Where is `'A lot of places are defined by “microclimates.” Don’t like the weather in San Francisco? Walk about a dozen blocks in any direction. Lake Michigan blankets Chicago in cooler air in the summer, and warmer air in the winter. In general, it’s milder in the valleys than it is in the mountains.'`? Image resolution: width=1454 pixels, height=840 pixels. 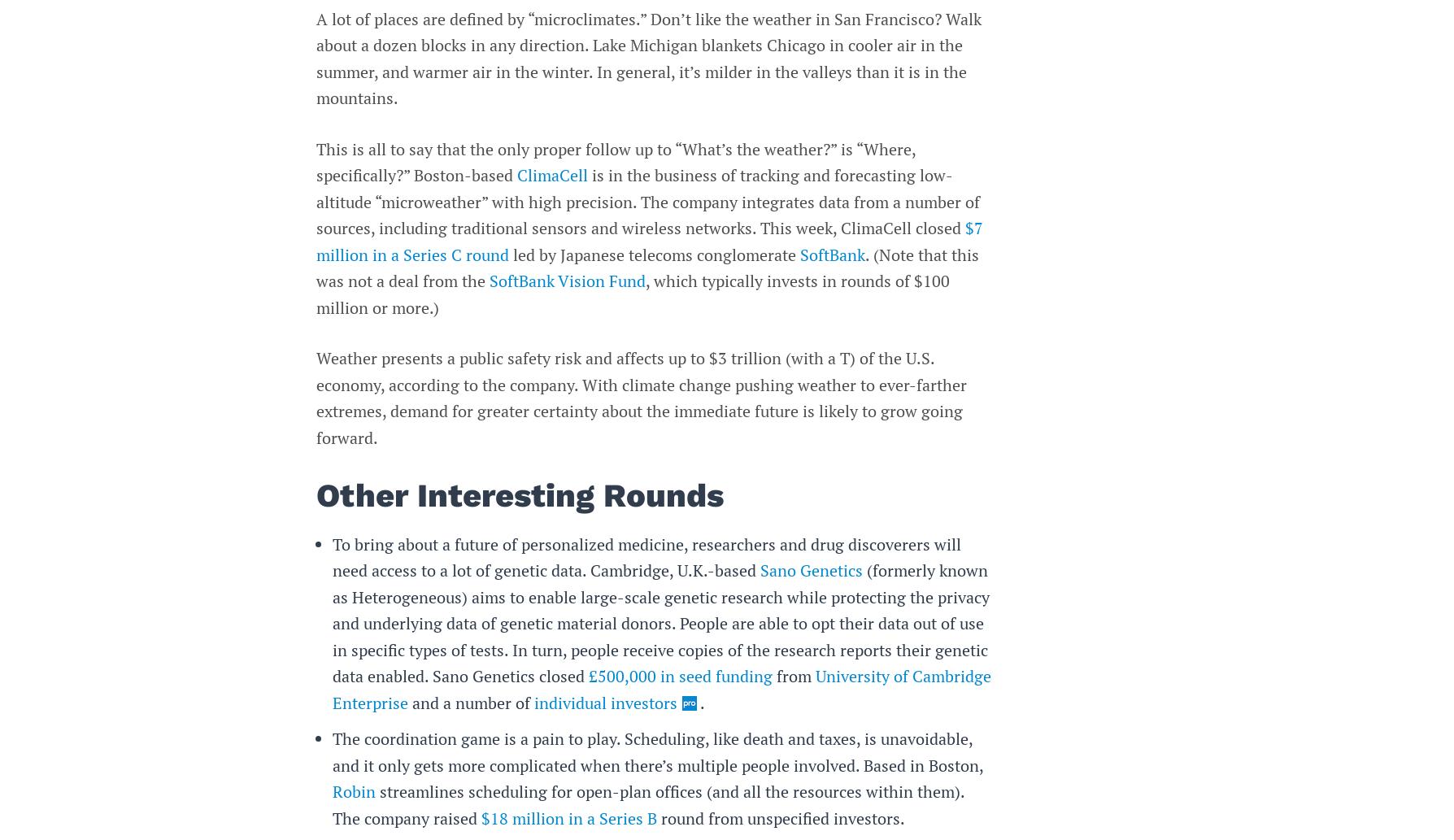 'A lot of places are defined by “microclimates.” Don’t like the weather in San Francisco? Walk about a dozen blocks in any direction. Lake Michigan blankets Chicago in cooler air in the summer, and warmer air in the winter. In general, it’s milder in the valleys than it is in the mountains.' is located at coordinates (647, 58).